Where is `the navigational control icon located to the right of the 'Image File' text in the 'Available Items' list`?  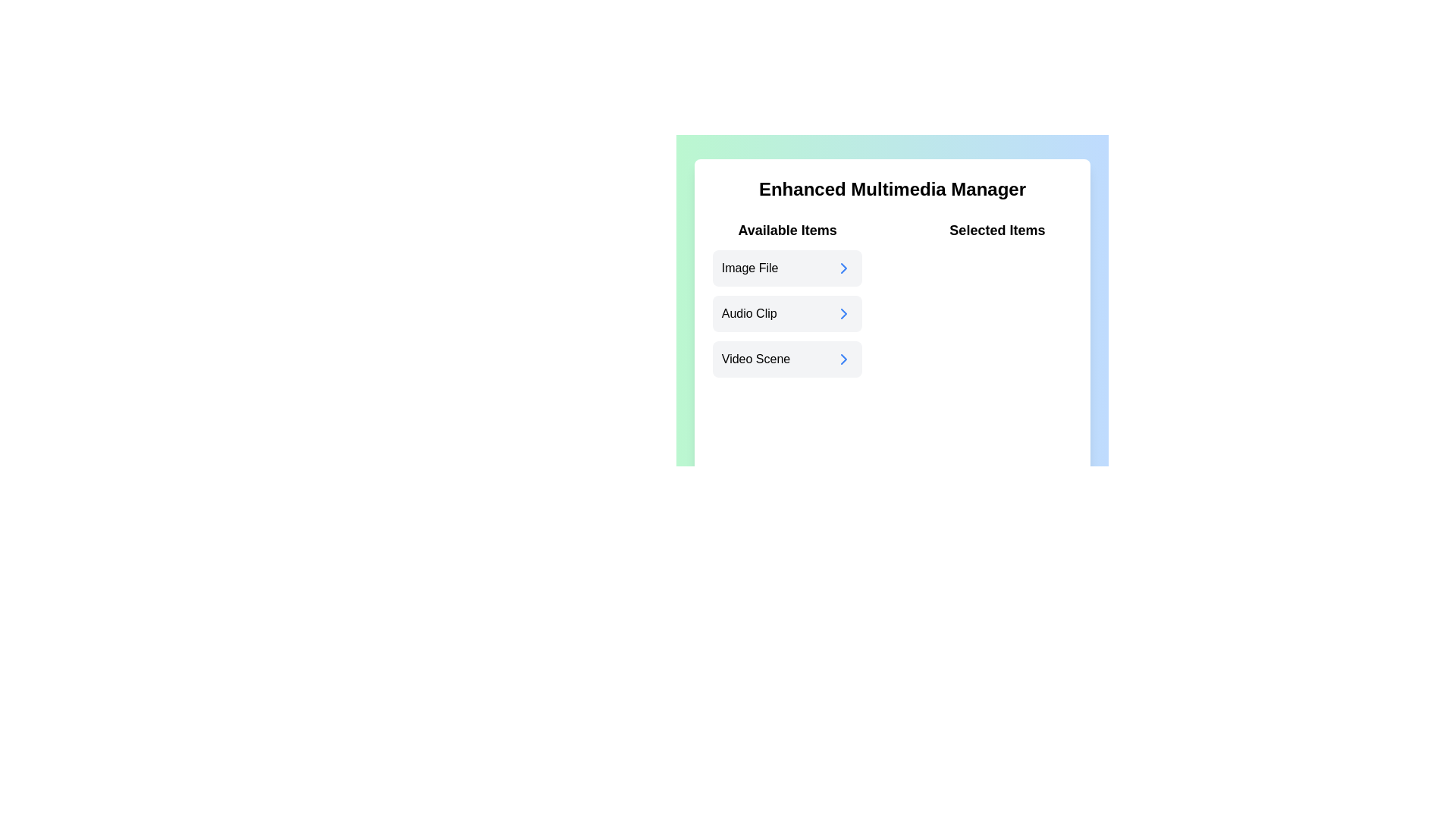
the navigational control icon located to the right of the 'Image File' text in the 'Available Items' list is located at coordinates (843, 268).